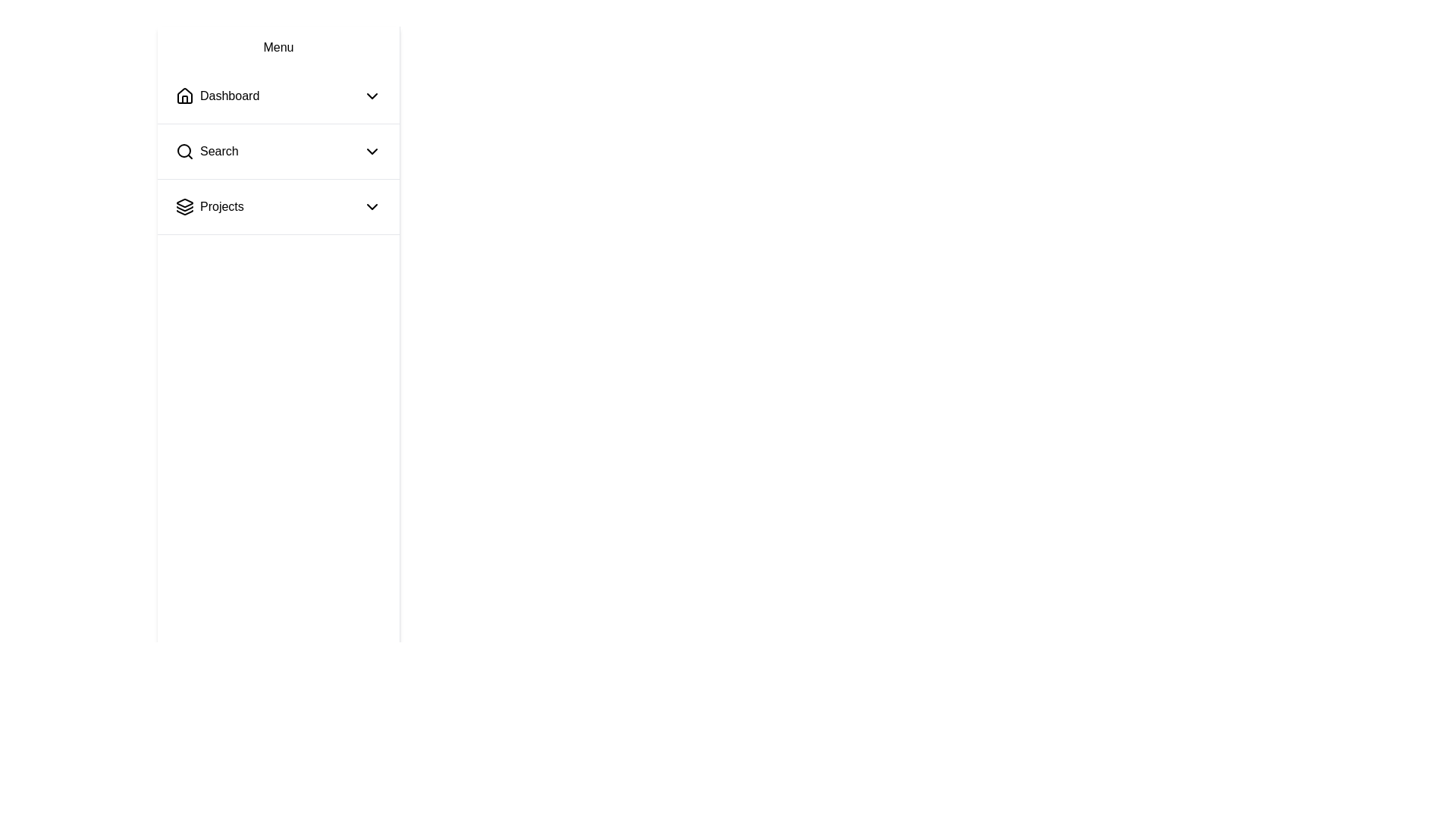 The height and width of the screenshot is (819, 1456). I want to click on the 'Search' menu item, which is positioned below the 'Dashboard' item and above the 'Projects' item in the menu, so click(206, 152).